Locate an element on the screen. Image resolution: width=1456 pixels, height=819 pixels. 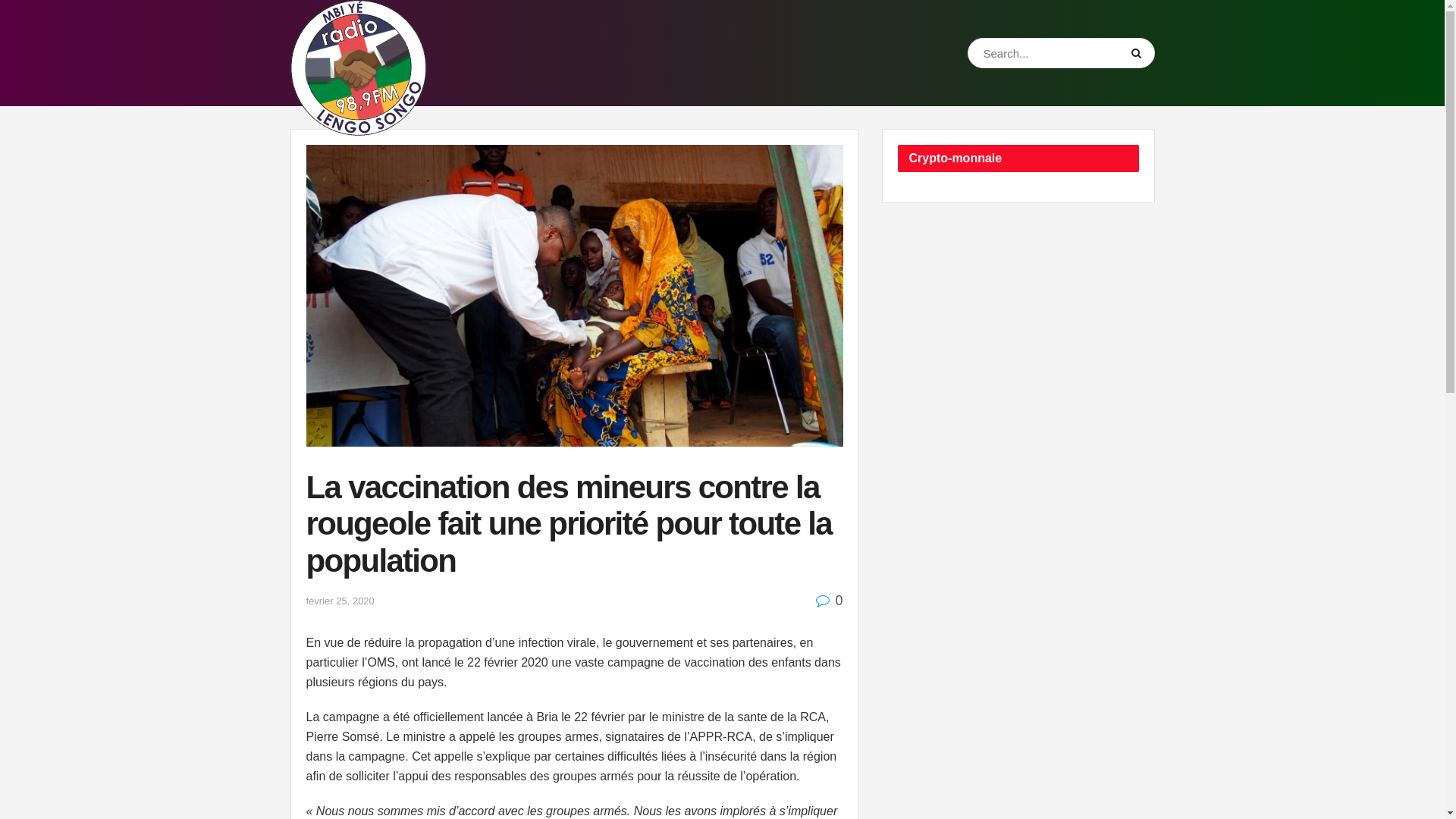
'0' is located at coordinates (814, 599).